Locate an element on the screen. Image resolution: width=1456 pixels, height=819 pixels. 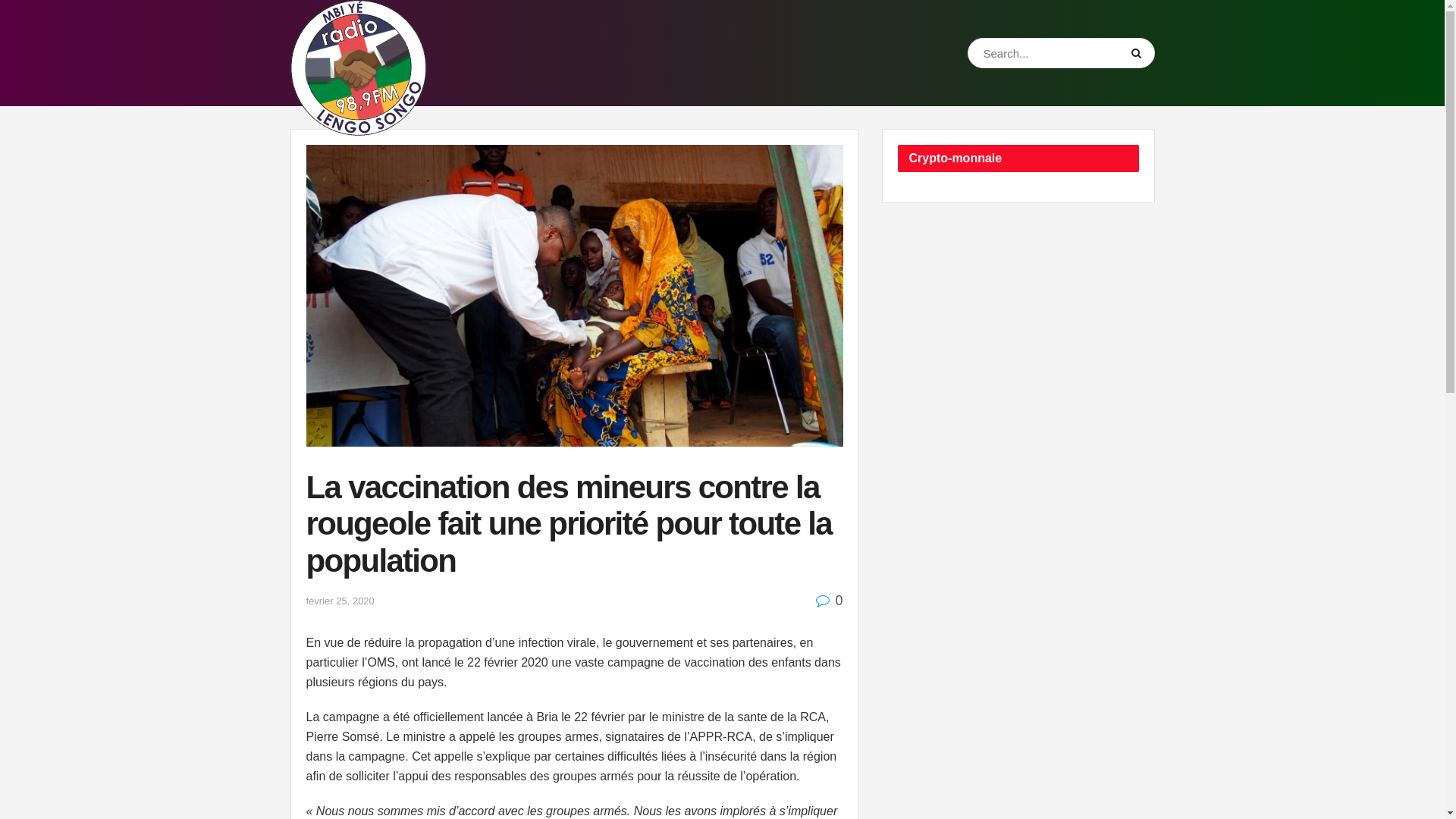
'0' is located at coordinates (814, 599).